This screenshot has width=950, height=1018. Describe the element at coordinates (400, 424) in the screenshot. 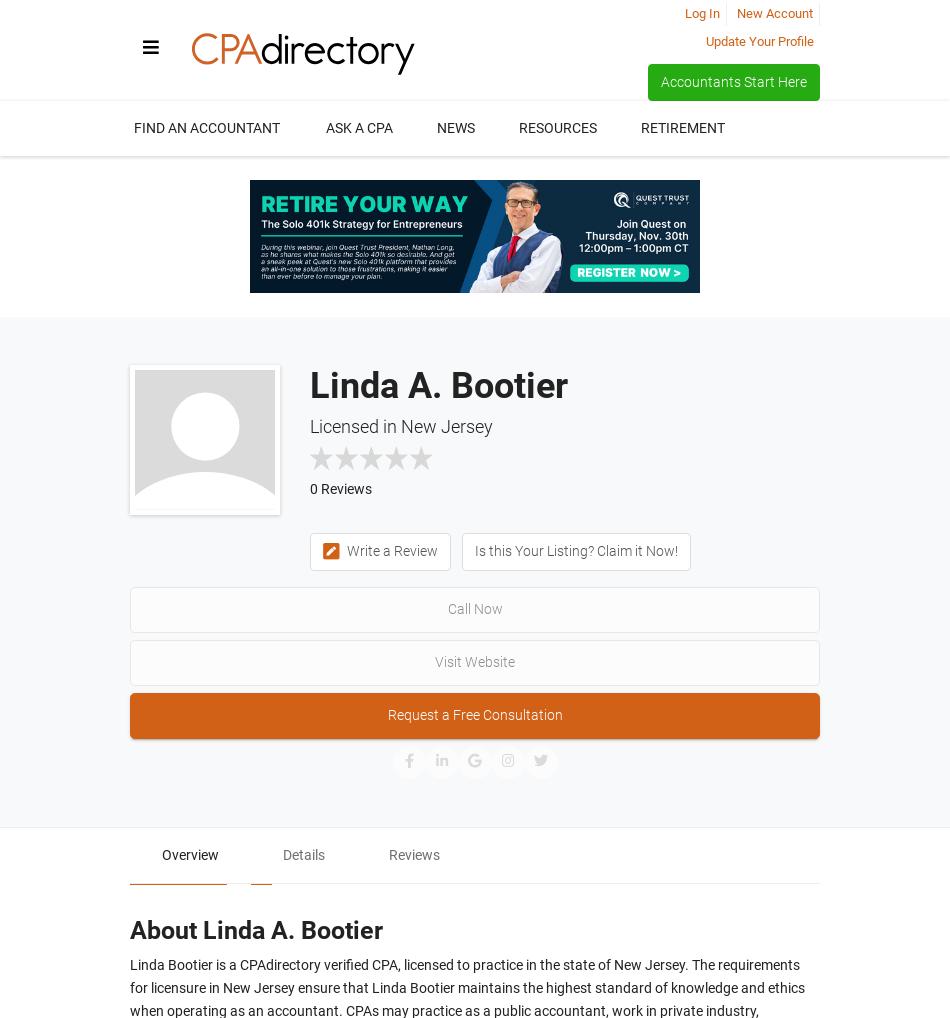

I see `'Licensed in New Jersey'` at that location.